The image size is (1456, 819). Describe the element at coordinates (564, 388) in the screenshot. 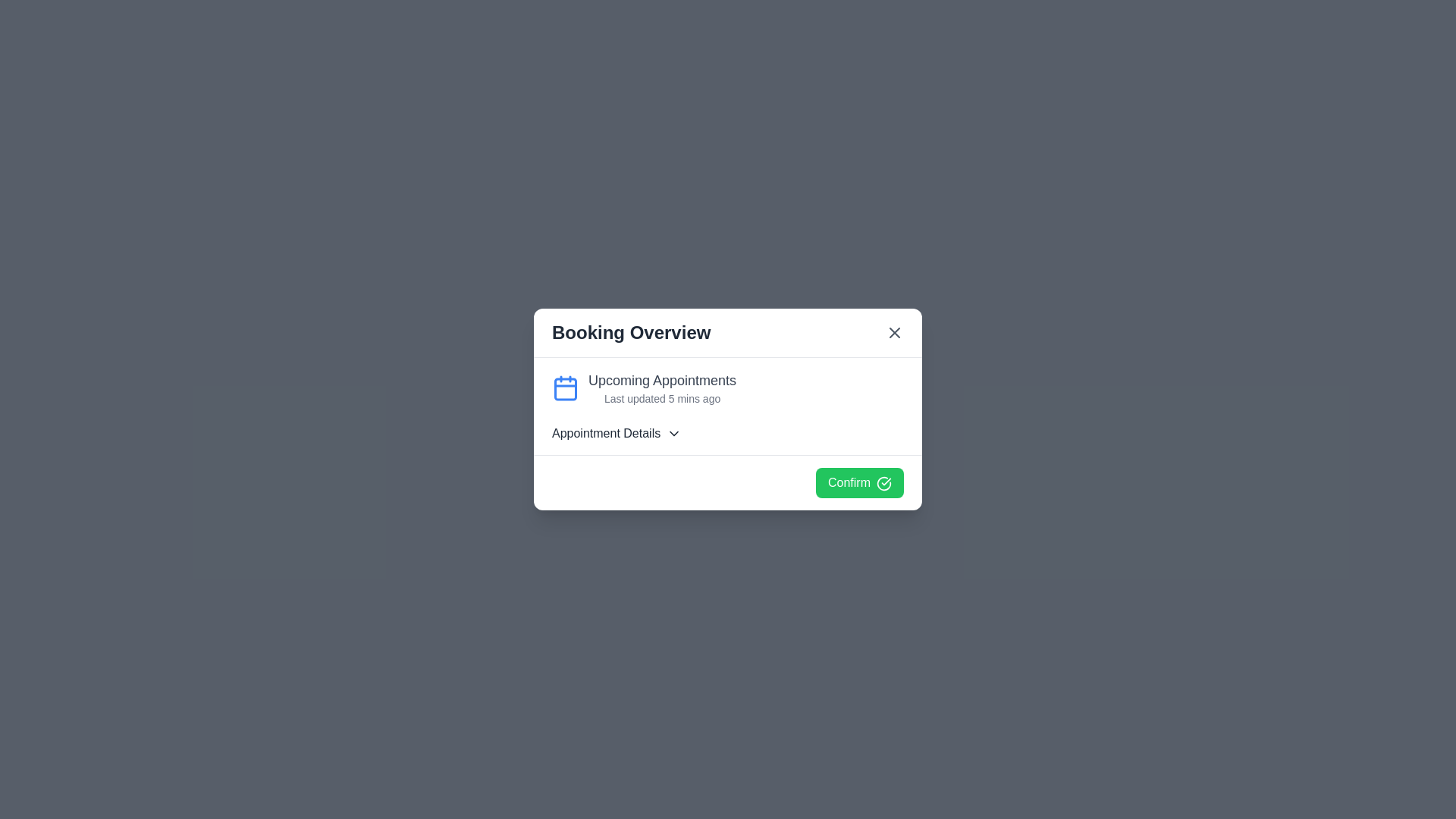

I see `the graphical icon part of the calendar icon, which visually represents the body of the calendar icon next to the 'Upcoming Appointments' text in the modal` at that location.